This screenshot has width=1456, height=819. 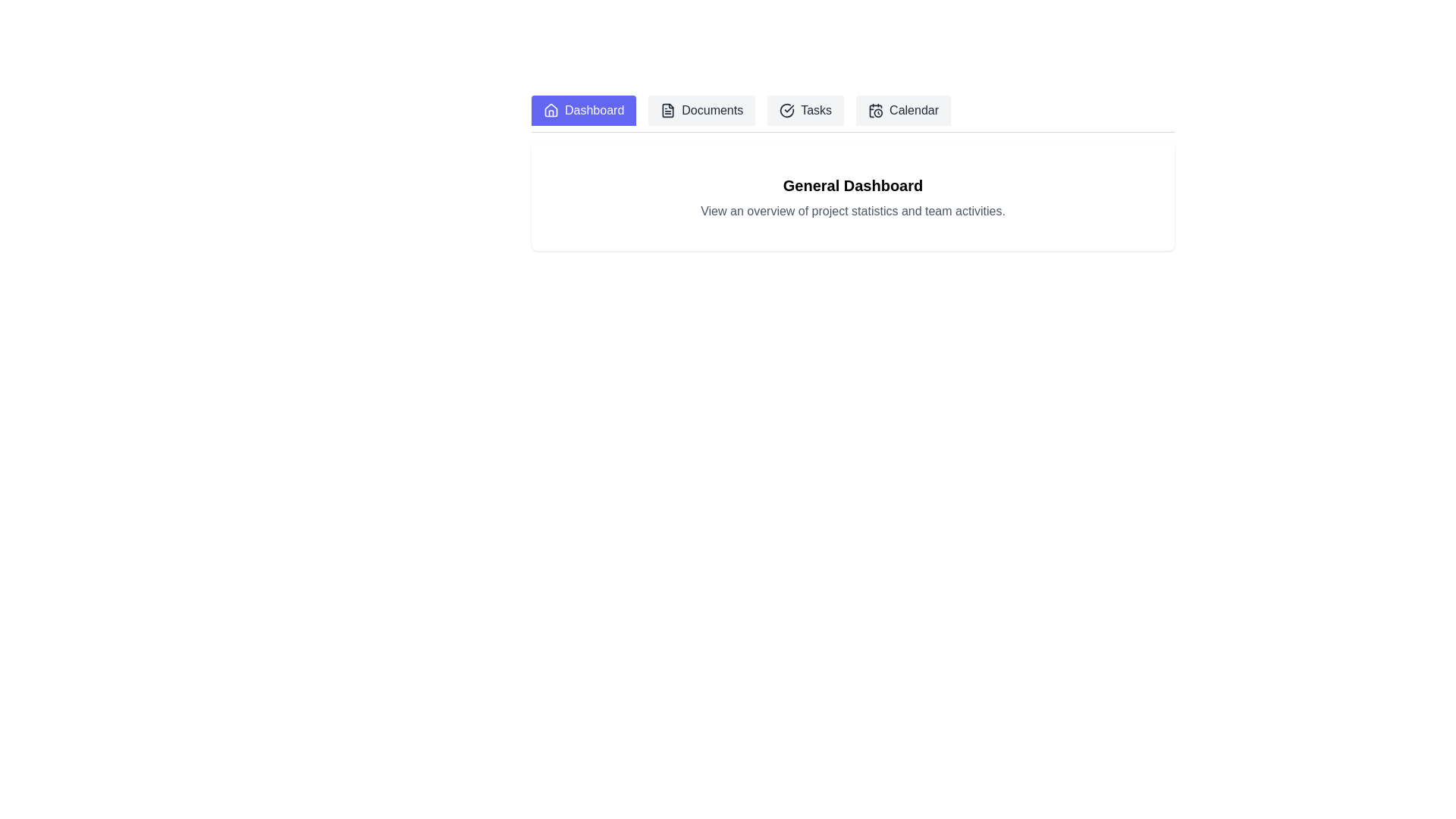 I want to click on the 'Dashboard' tab in the navigation bar for visual feedback, which is styled with a purple background indicating its active state, so click(x=852, y=113).